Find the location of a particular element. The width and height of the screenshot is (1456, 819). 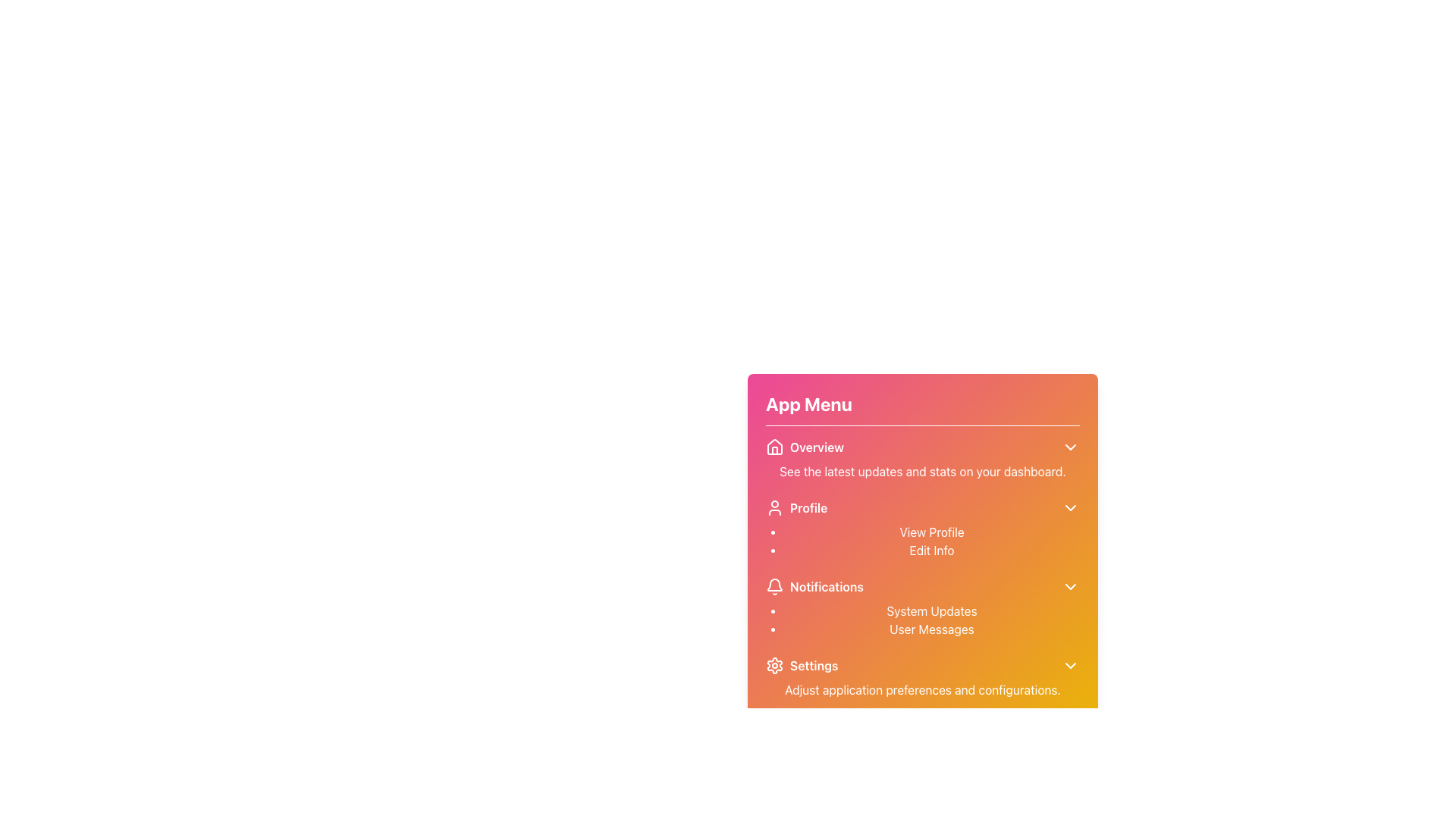

the Dropdown toggle icon, which is an SVG icon with a downward-pointing chevron located at the rightmost position of the 'Notifications' row is located at coordinates (1069, 586).